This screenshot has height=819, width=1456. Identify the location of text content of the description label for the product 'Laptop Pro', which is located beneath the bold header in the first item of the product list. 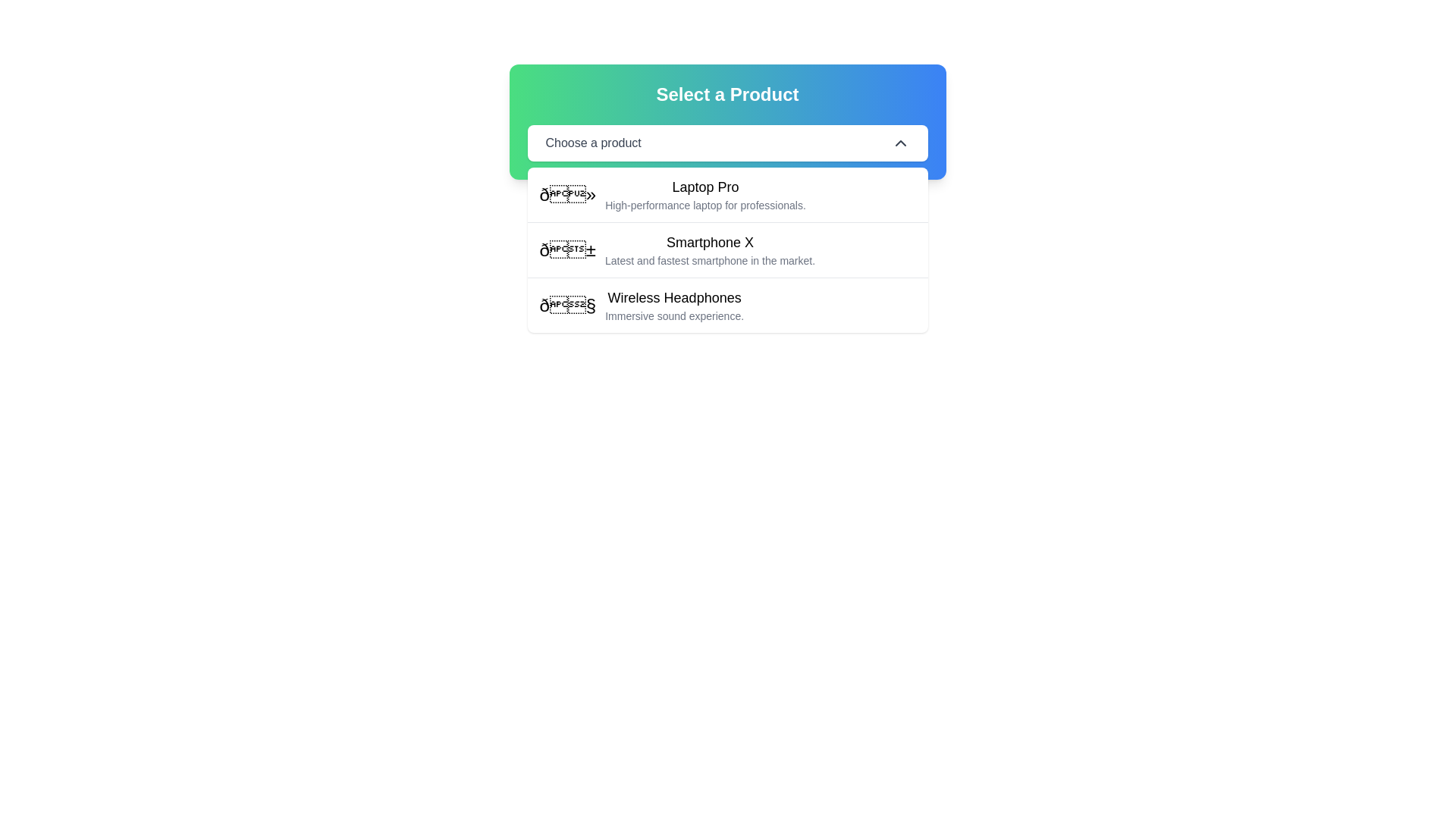
(704, 205).